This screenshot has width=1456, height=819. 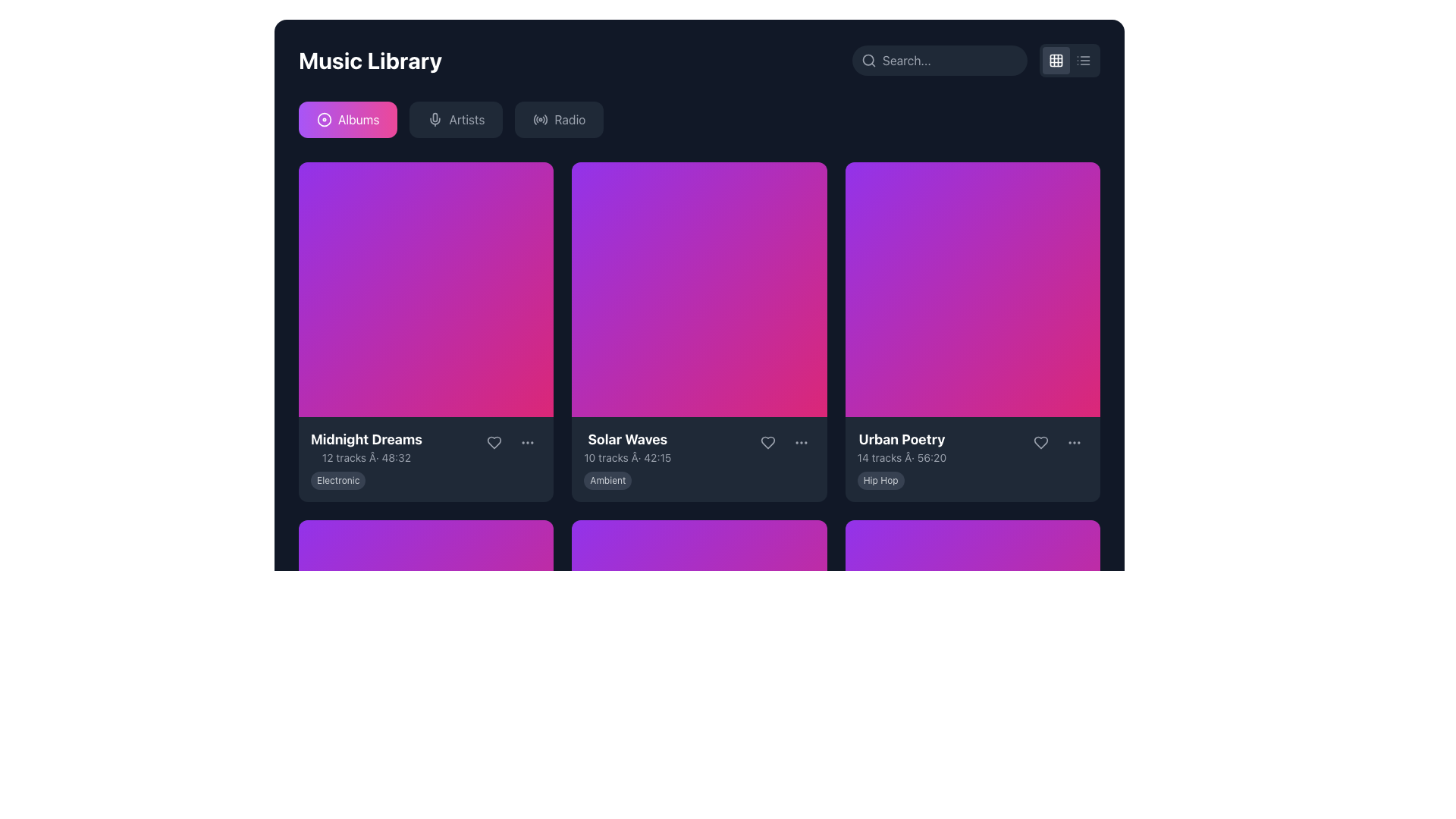 I want to click on the heart icon button, which is gray and changes to pink on hover, located in the second album card to the right of the 'Solar Waves' album title, so click(x=767, y=443).